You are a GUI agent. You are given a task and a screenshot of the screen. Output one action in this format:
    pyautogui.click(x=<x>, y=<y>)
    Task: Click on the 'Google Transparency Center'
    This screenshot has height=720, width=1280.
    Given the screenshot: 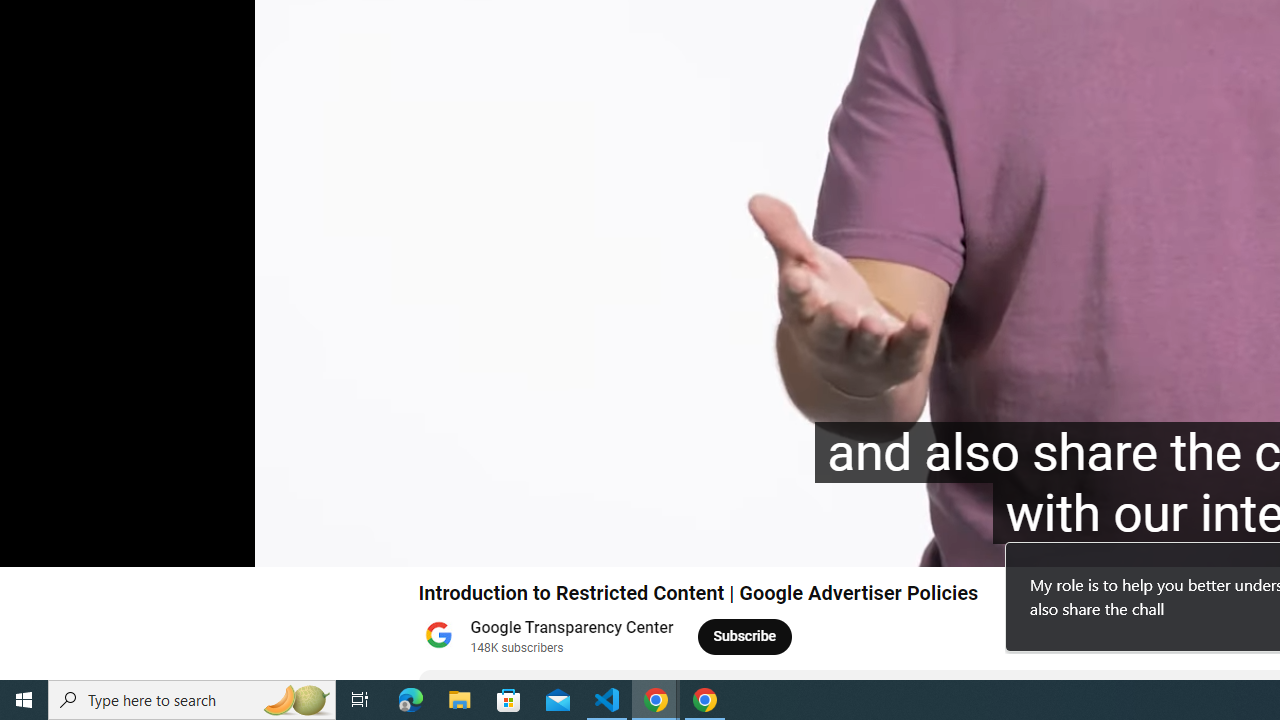 What is the action you would take?
    pyautogui.click(x=571, y=626)
    